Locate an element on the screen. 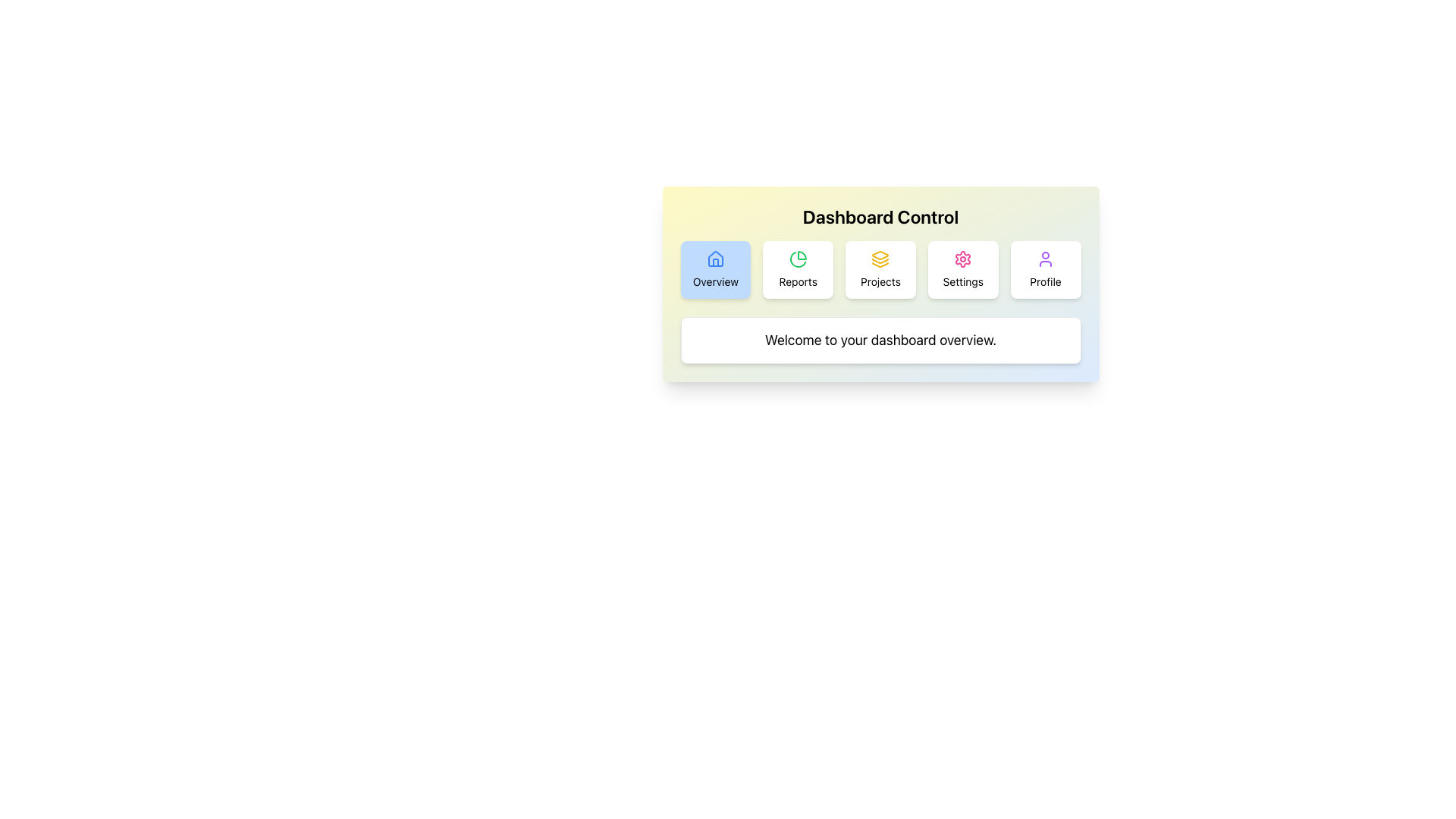 The width and height of the screenshot is (1456, 819). the navigation button for 'Projects' located in the dashboard panel, positioned between the 'Reports' and 'Settings' buttons is located at coordinates (880, 268).